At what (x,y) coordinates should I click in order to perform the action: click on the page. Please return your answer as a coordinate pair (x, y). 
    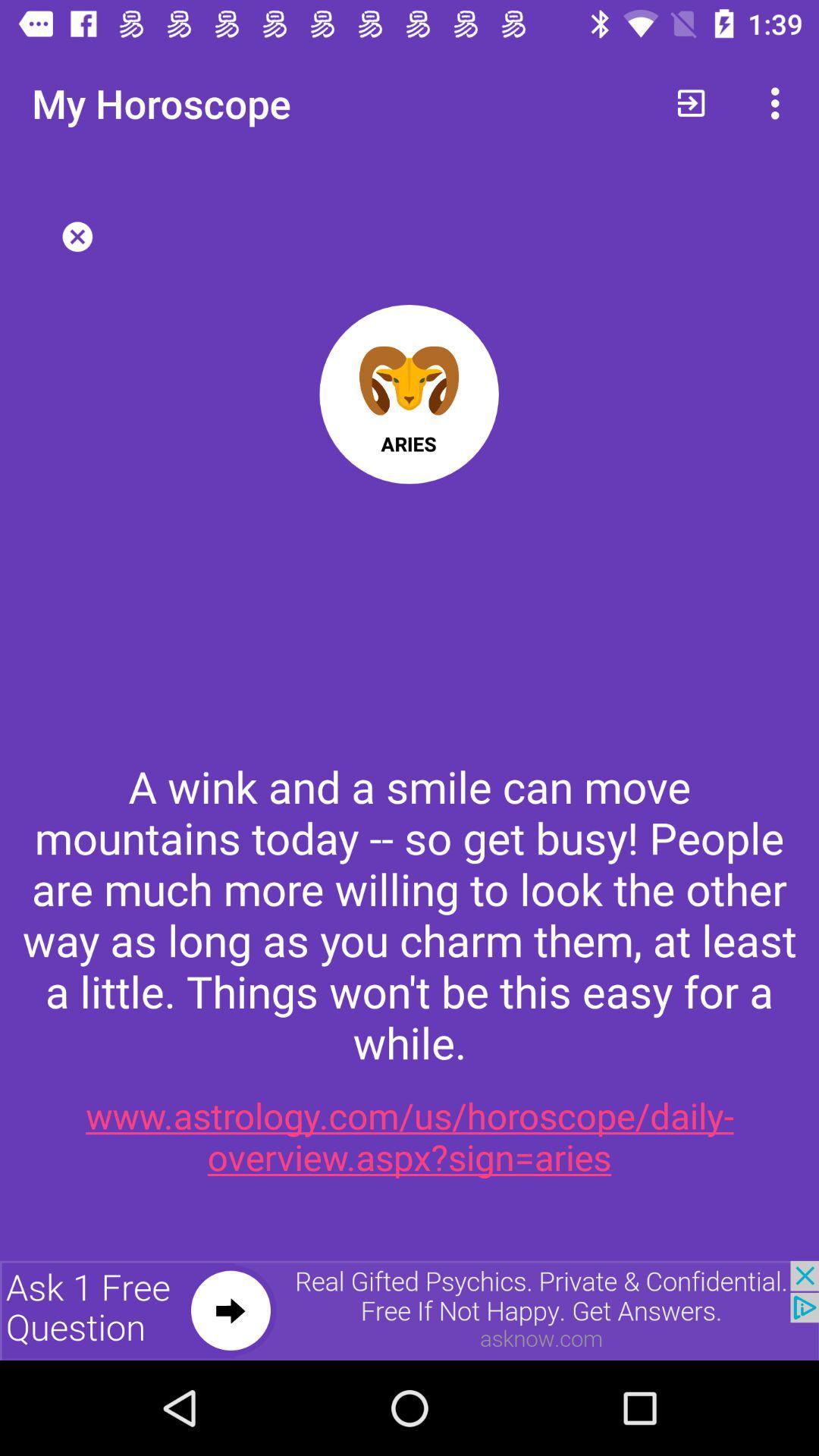
    Looking at the image, I should click on (77, 236).